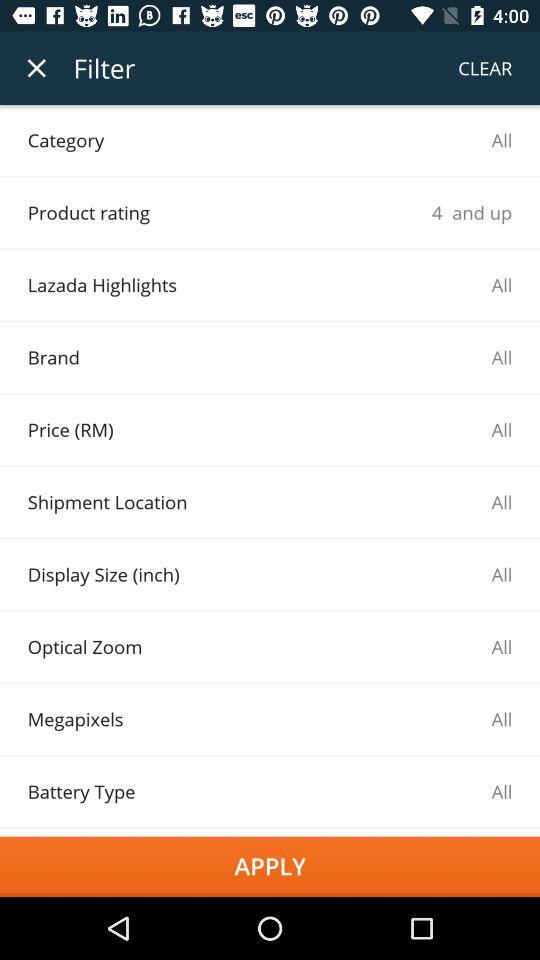  Describe the element at coordinates (36, 68) in the screenshot. I see `the item to the left of the filter item` at that location.